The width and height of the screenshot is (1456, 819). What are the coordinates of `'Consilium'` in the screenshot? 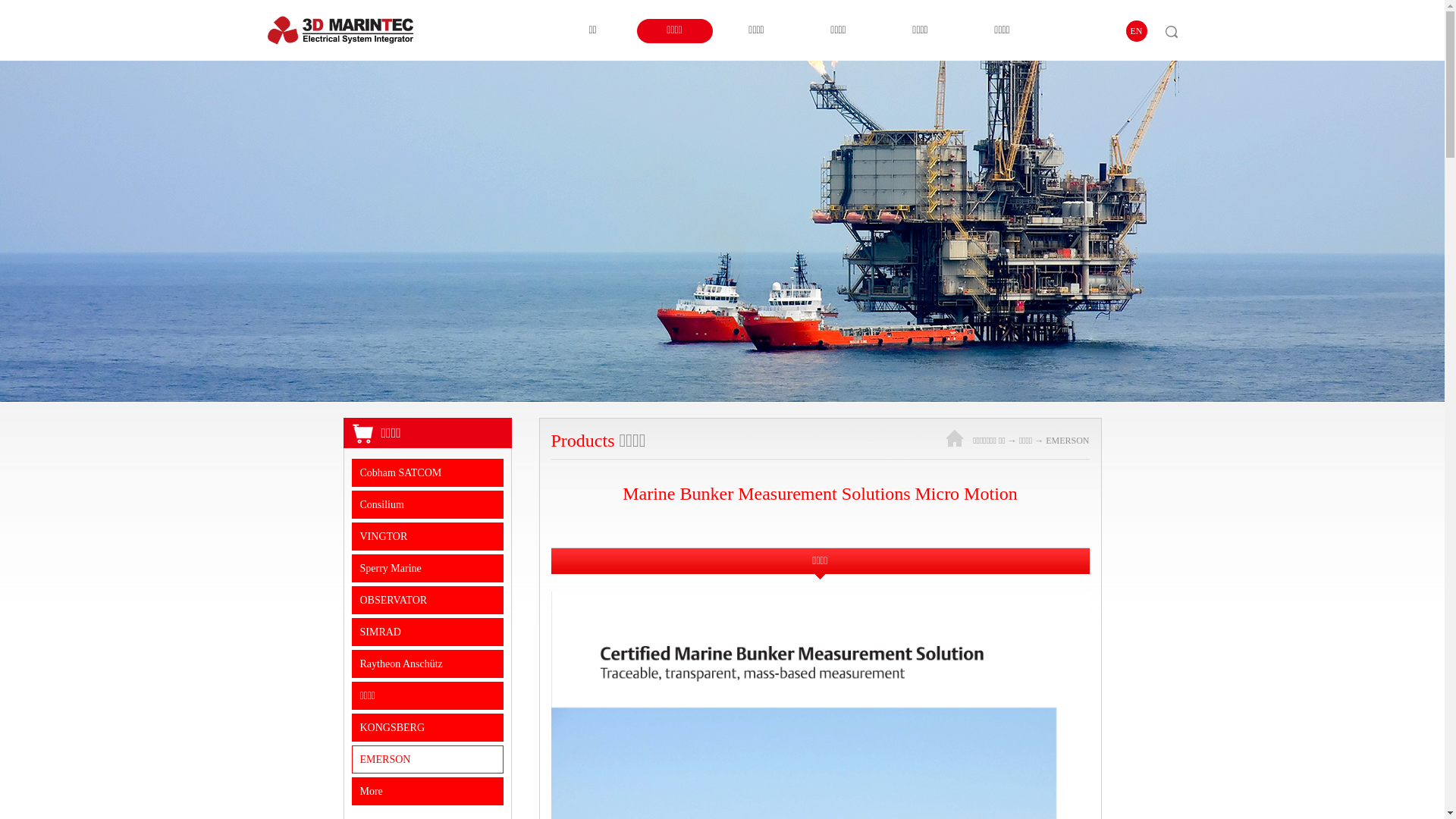 It's located at (427, 504).